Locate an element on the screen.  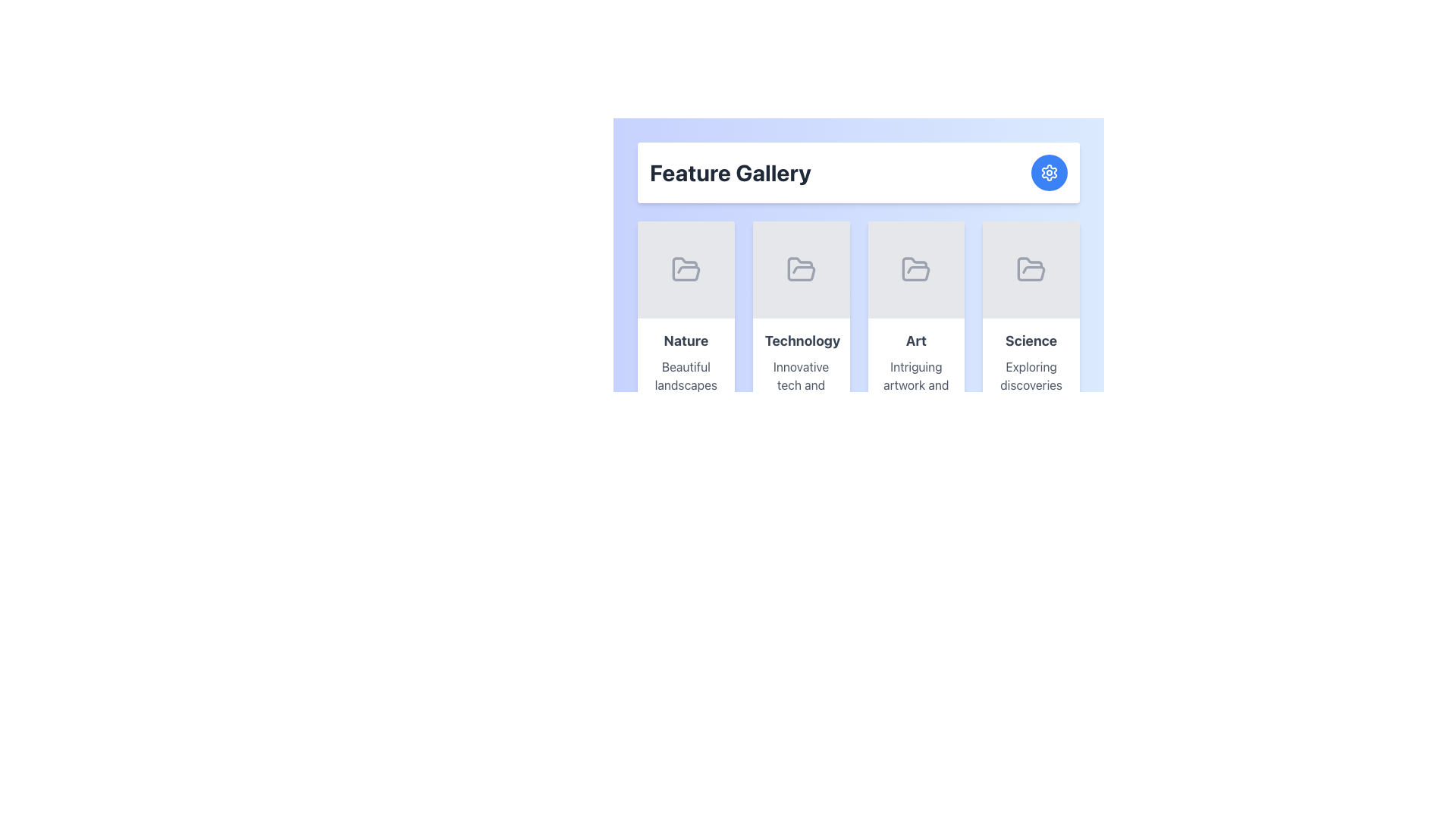
the 'Nature' card element, which is the first section in a horizontal layout, featuring a folder icon, bold title 'Nature', and supporting text 'Beautiful landscapes' is located at coordinates (685, 353).